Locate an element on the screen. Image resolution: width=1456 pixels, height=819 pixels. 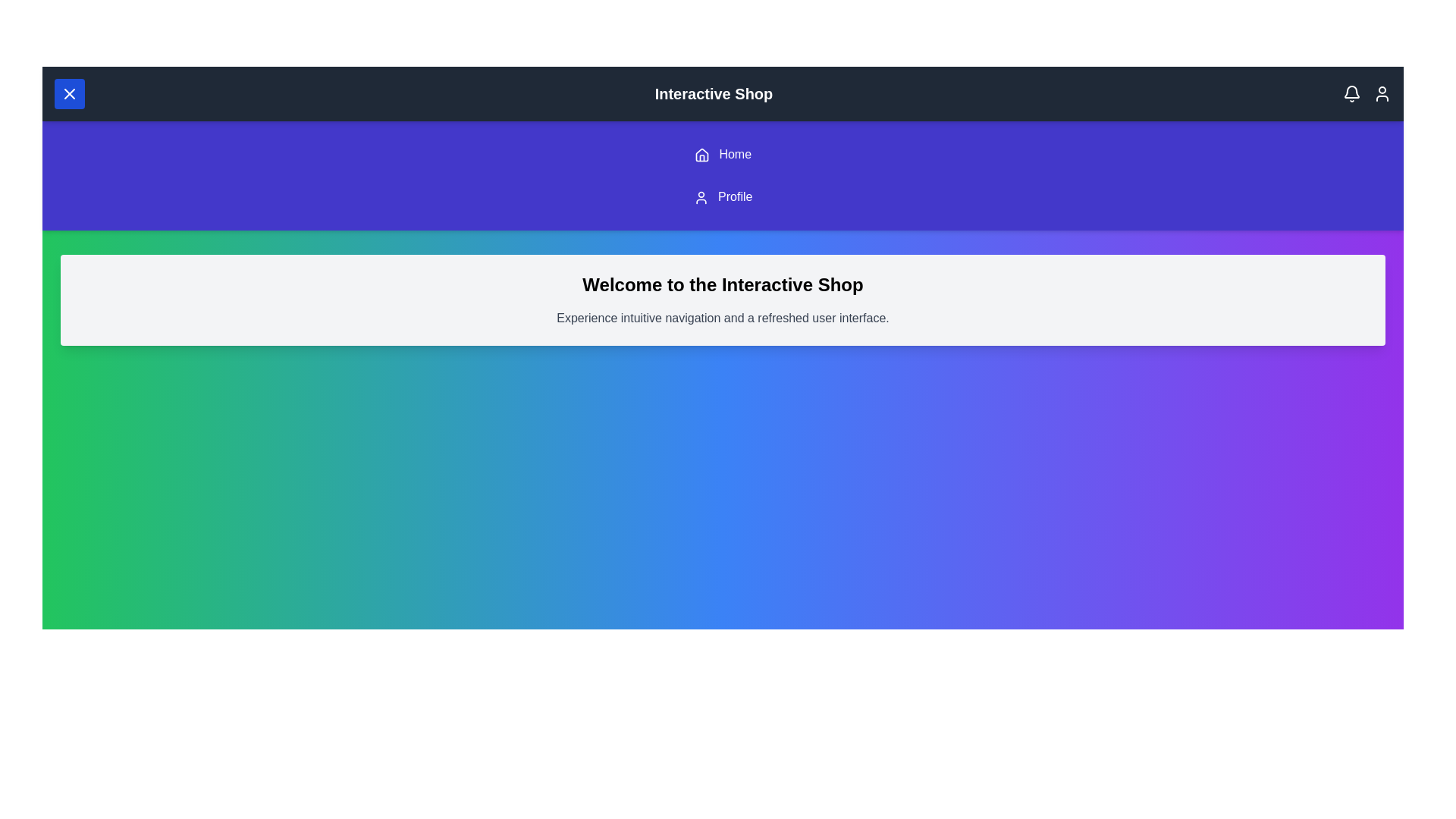
the user icon in the top-right corner of the app bar is located at coordinates (1382, 93).